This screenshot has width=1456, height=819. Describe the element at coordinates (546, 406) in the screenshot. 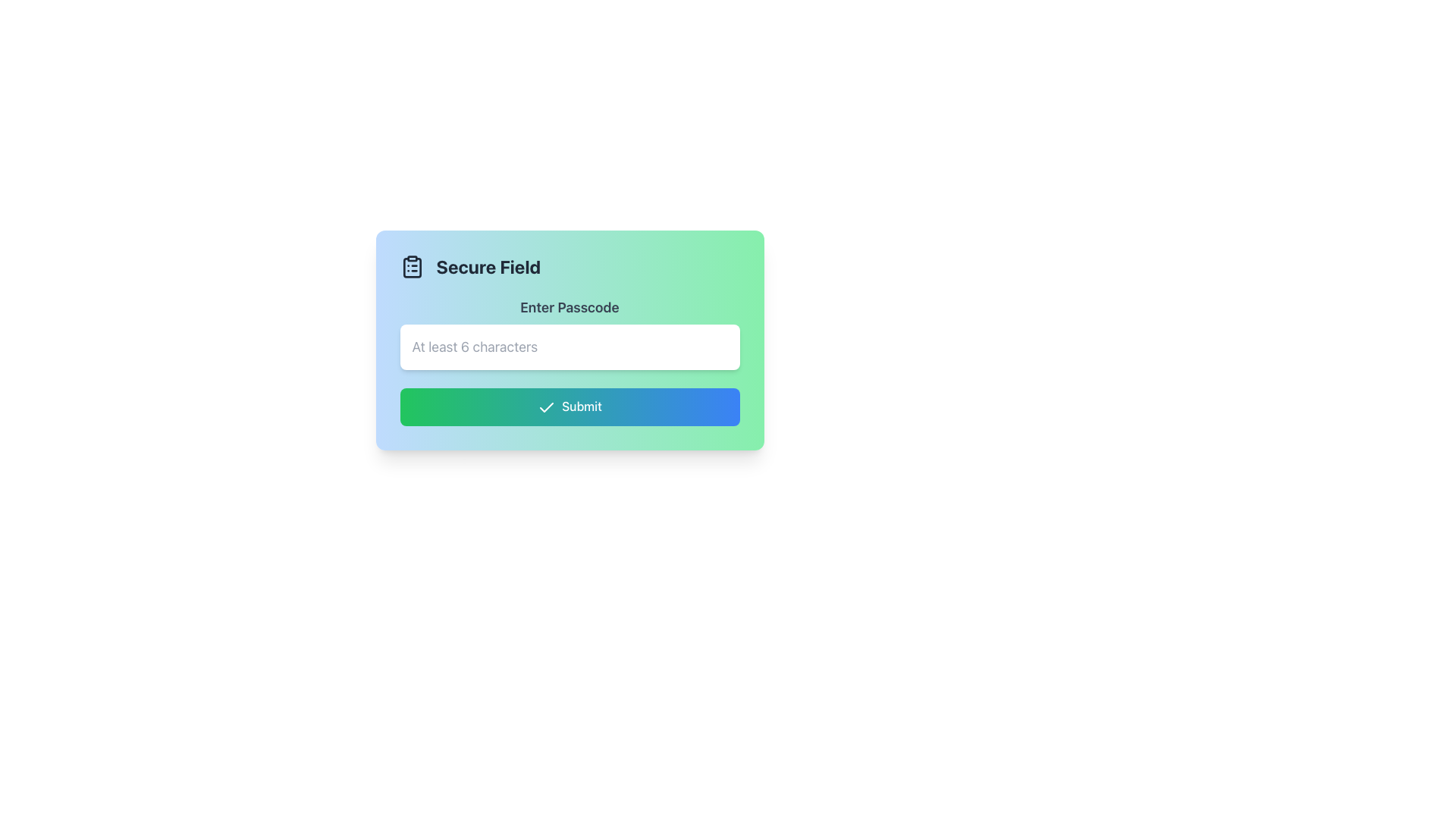

I see `the checkmark icon located near the left edge of the 'Submit' button, which enhances the visual feedback of the button's purpose` at that location.